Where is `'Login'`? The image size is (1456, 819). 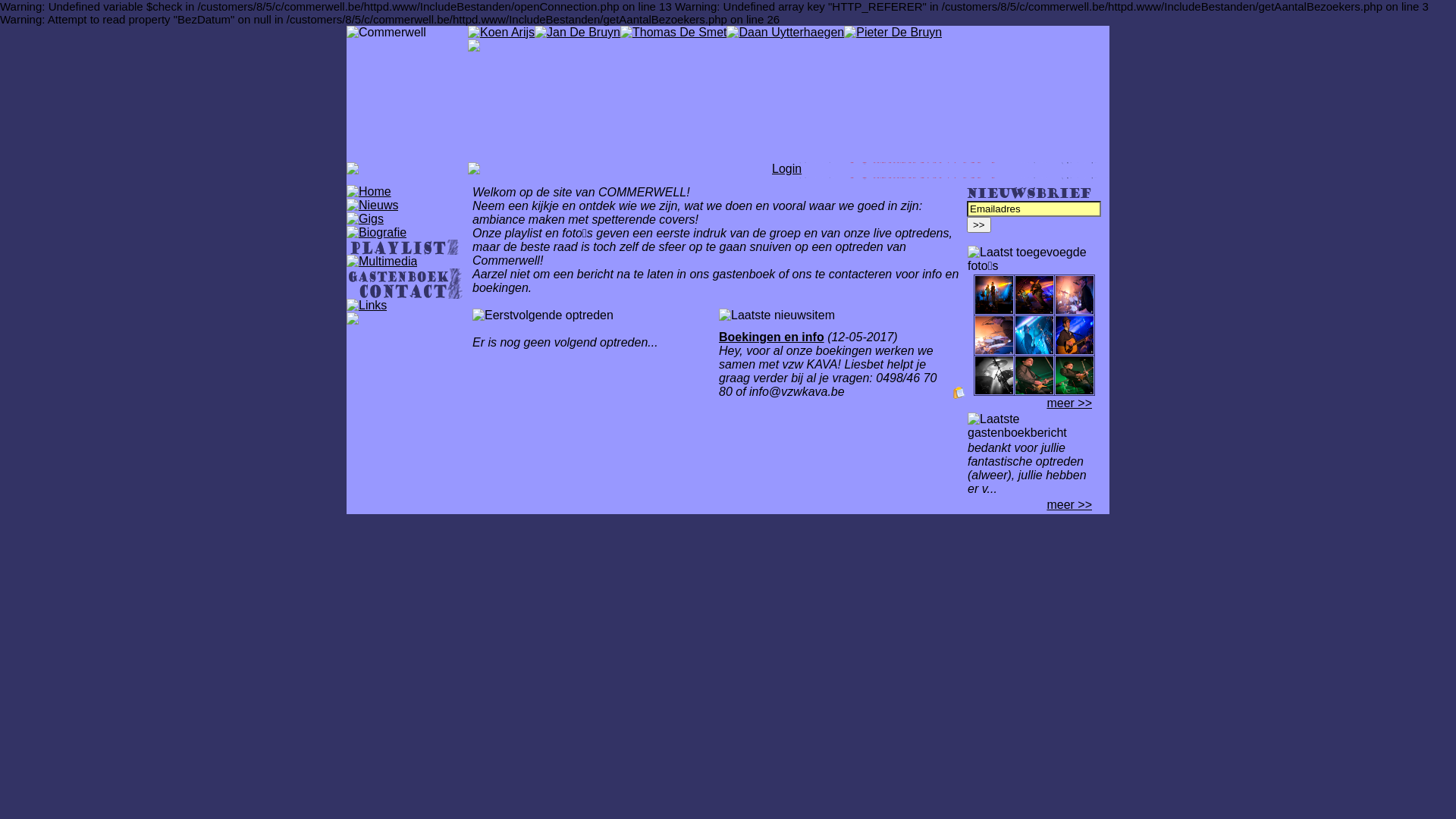
'Login' is located at coordinates (786, 168).